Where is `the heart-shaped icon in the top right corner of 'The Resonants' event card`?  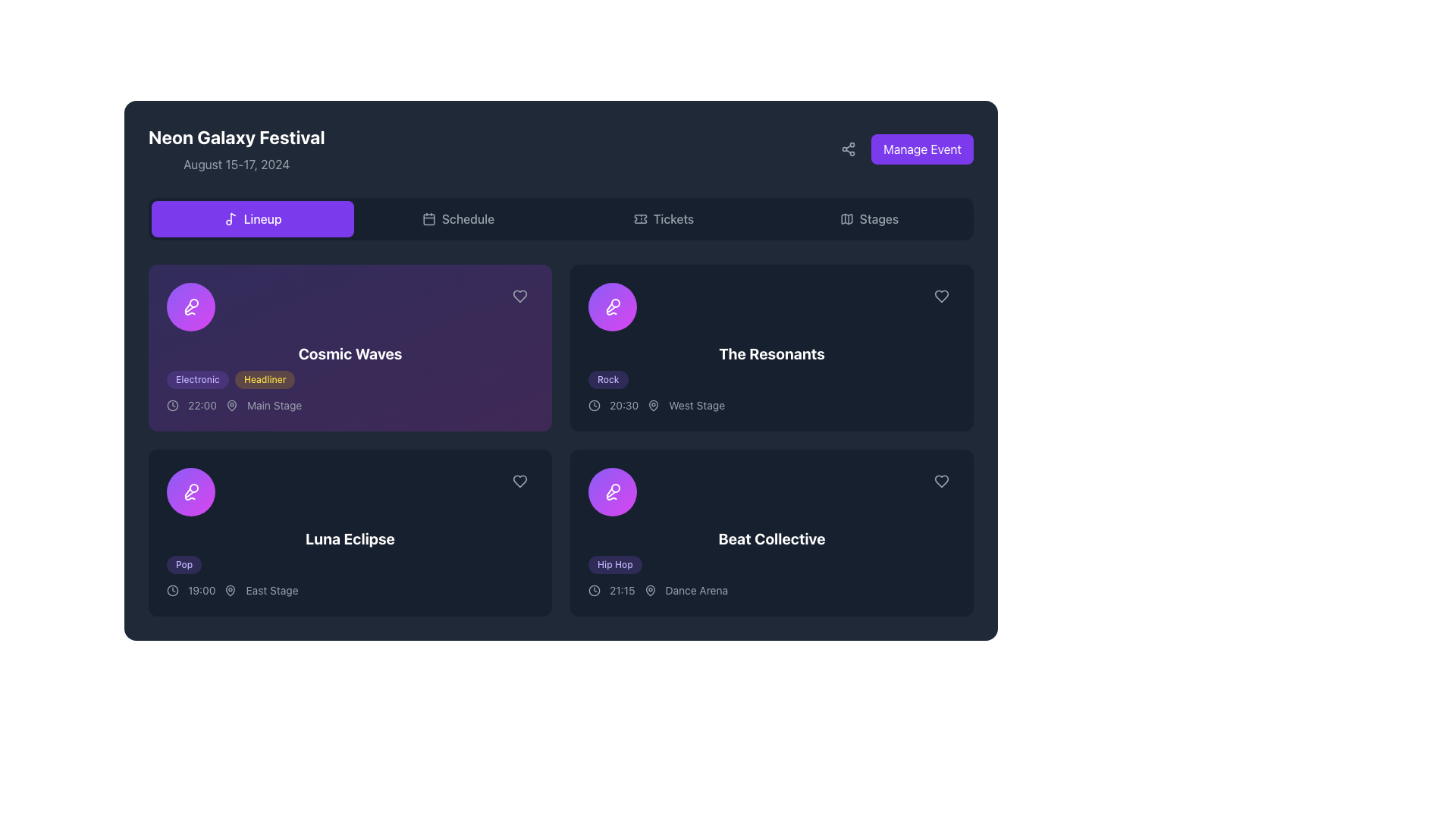
the heart-shaped icon in the top right corner of 'The Resonants' event card is located at coordinates (941, 296).